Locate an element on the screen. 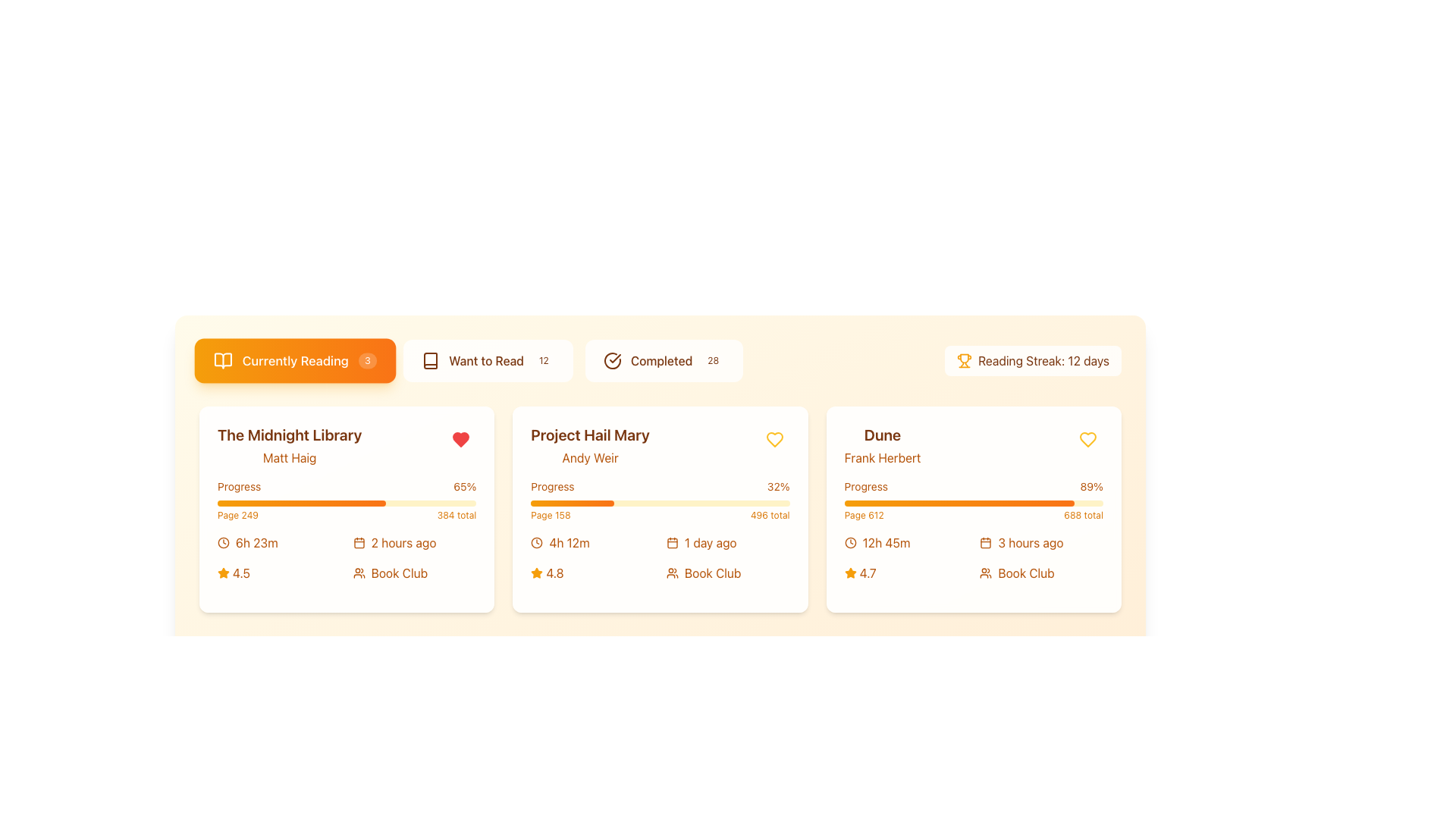  the progress bar indicating 65% completion for 'The Midnight Library', positioned between the 'Progress 65%' label and the 'Page 249 384 total' text is located at coordinates (346, 503).